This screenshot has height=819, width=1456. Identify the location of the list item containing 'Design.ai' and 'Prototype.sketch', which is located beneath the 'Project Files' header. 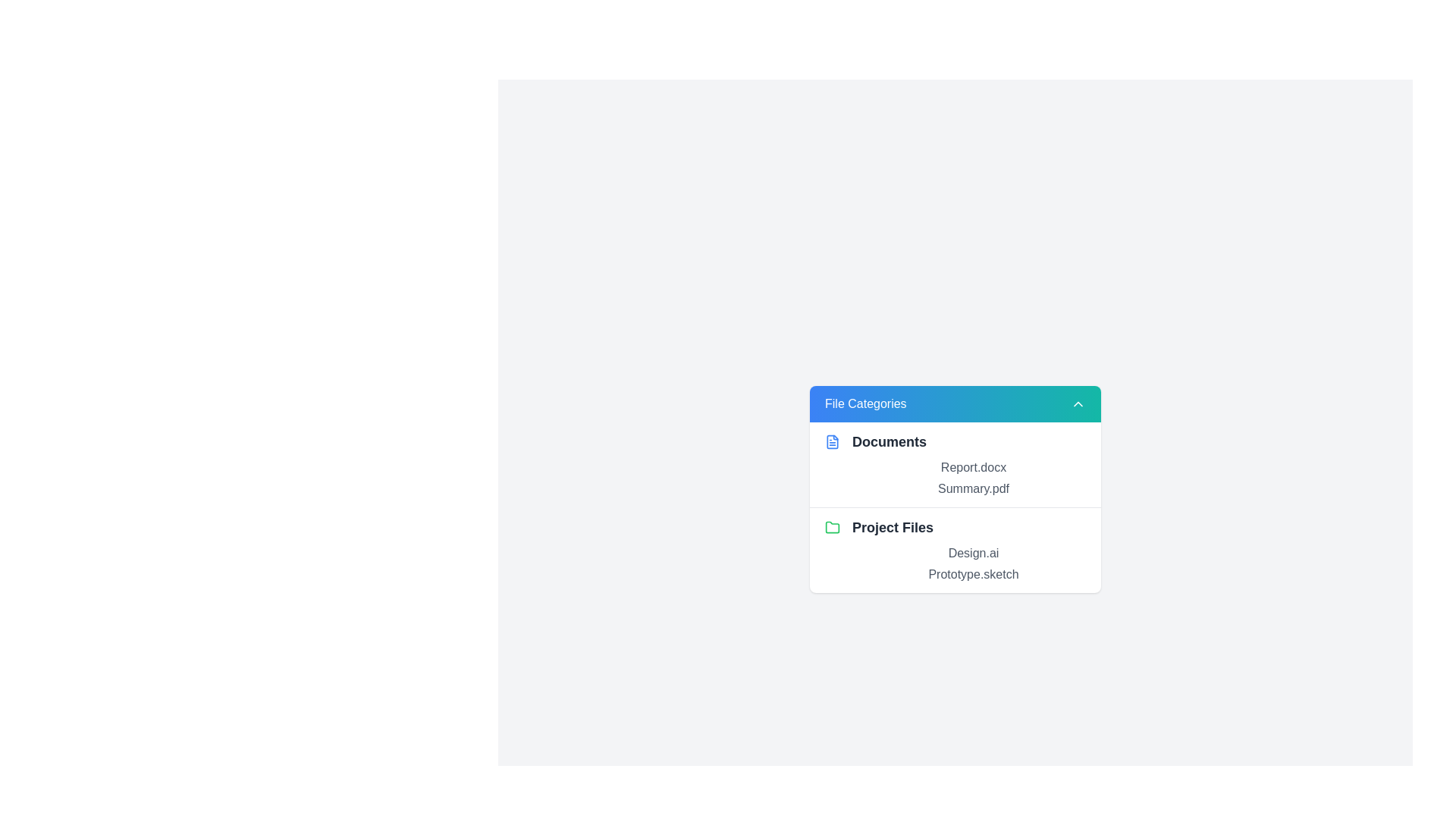
(954, 563).